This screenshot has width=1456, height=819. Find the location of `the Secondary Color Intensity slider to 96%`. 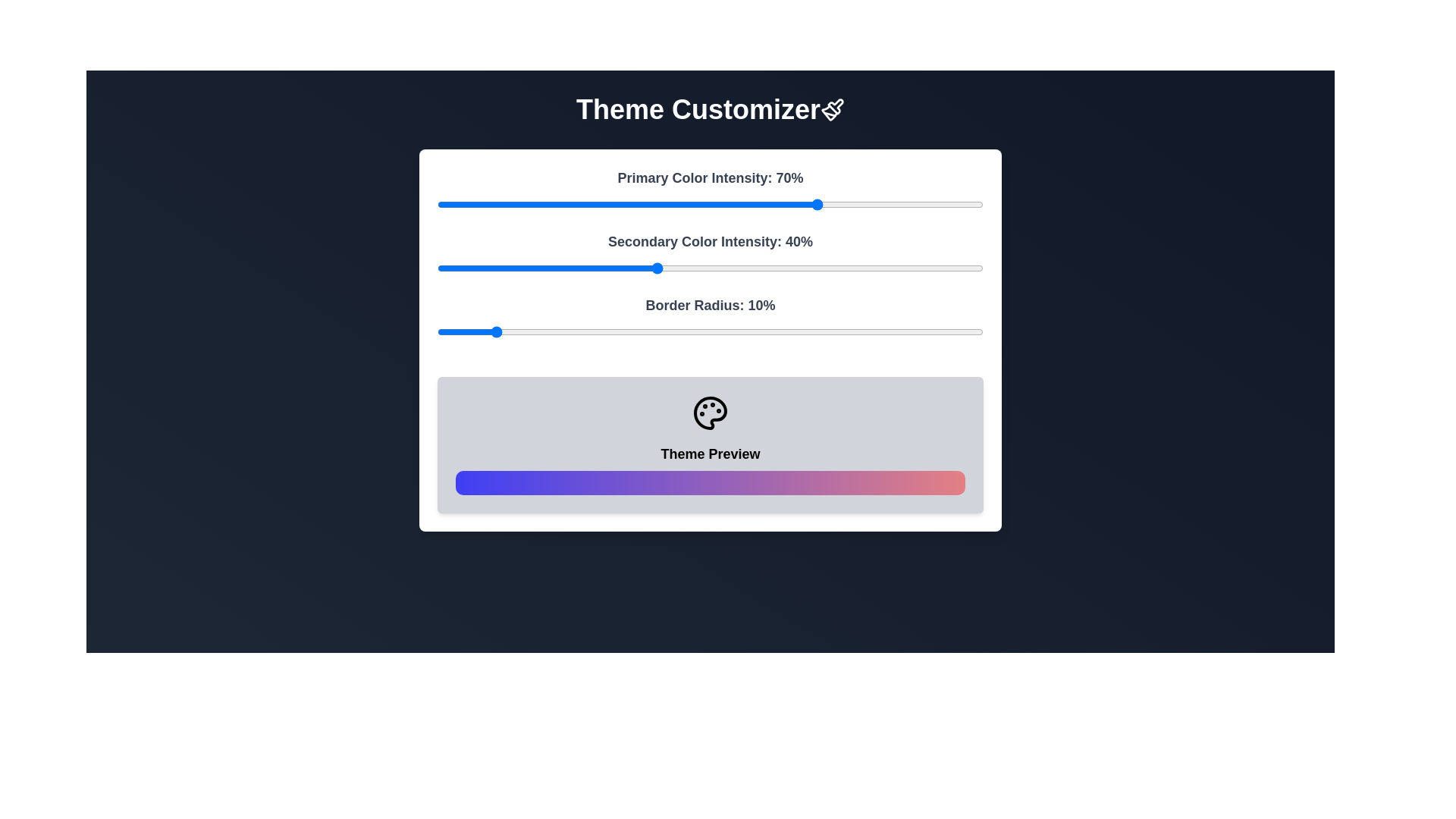

the Secondary Color Intensity slider to 96% is located at coordinates (961, 268).